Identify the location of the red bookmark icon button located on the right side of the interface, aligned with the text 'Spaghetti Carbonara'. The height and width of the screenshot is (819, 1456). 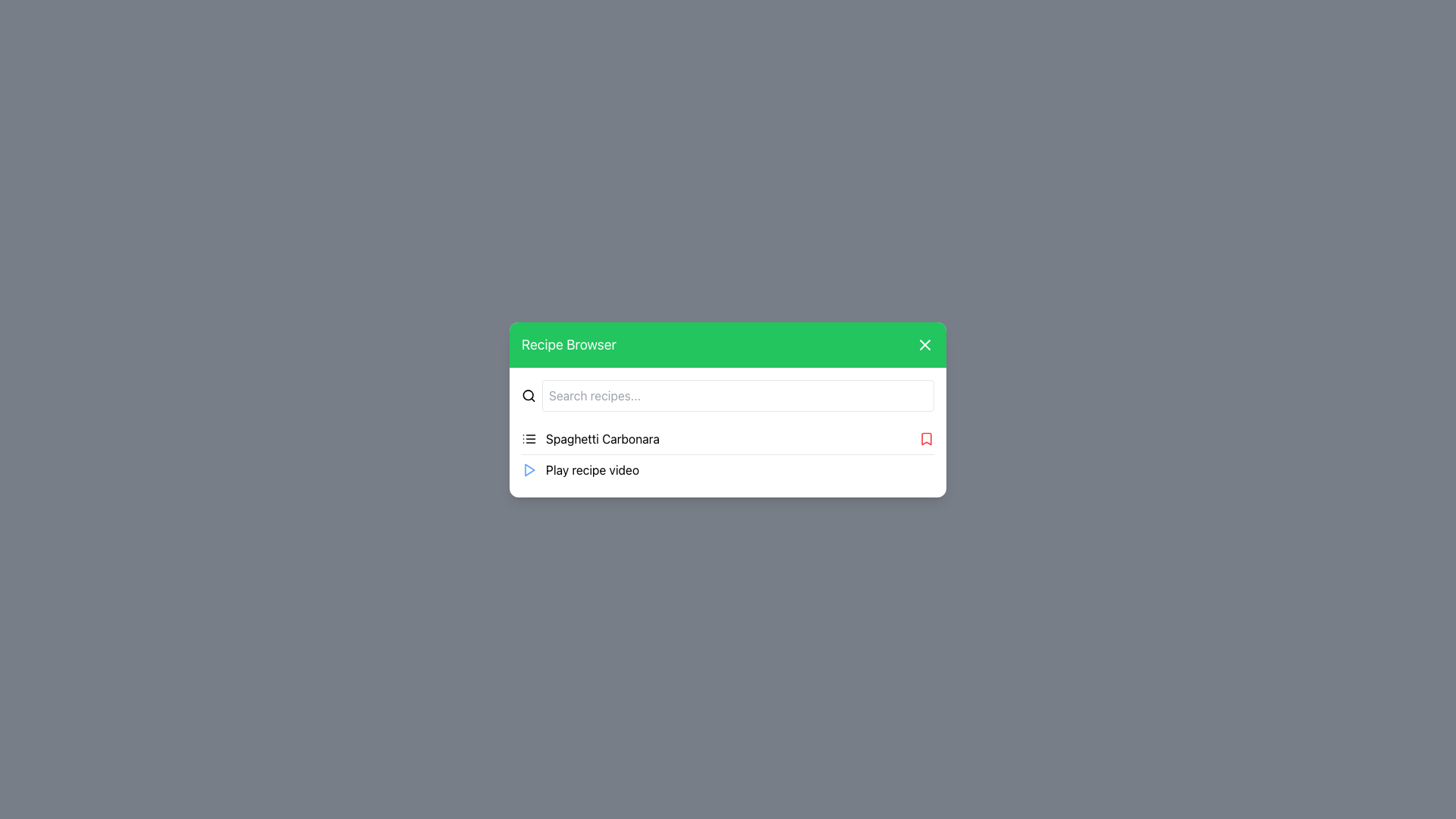
(926, 438).